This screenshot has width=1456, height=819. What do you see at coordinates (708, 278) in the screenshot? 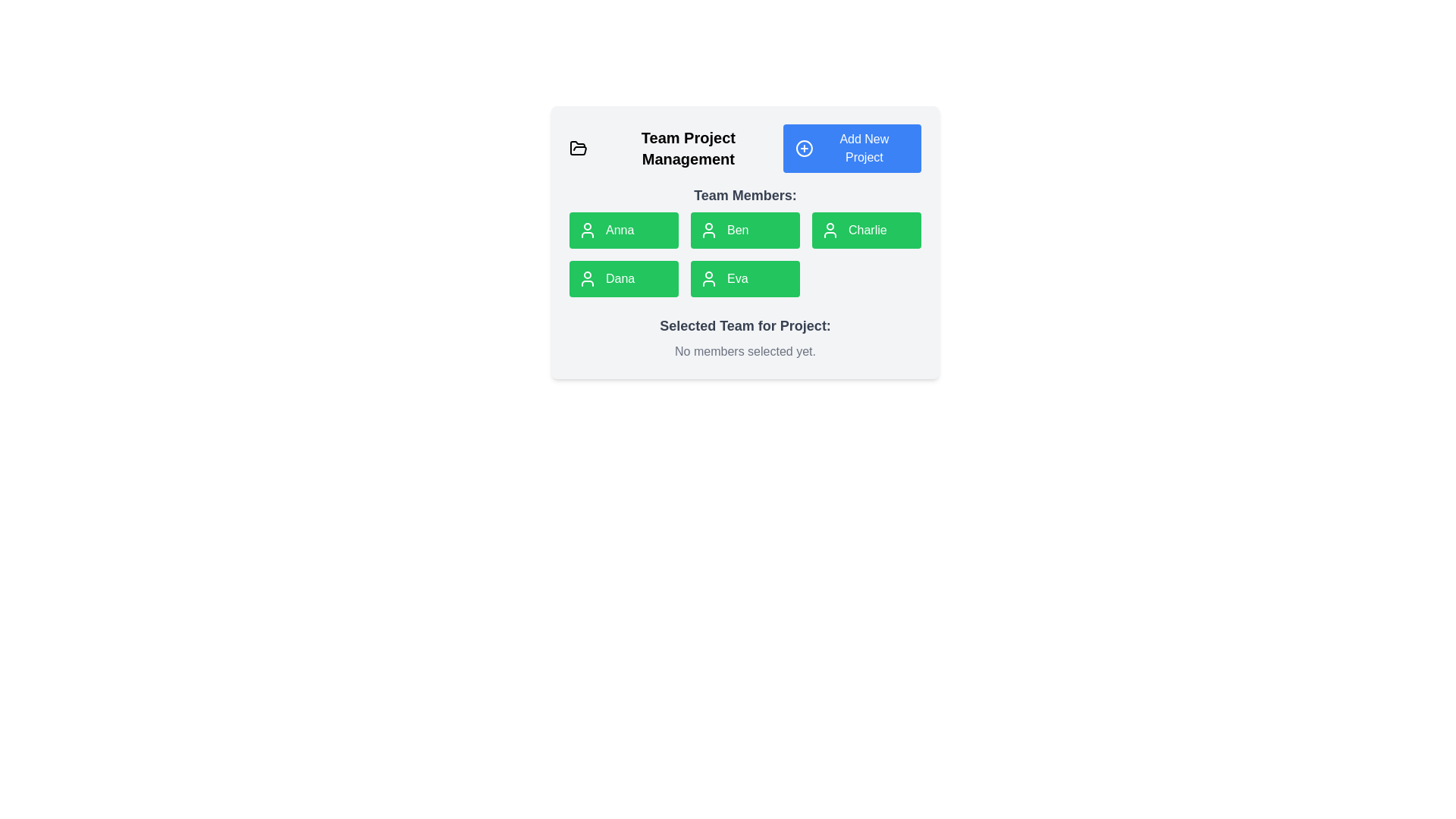
I see `the Profile icon, a small circular decorative SVG element within the green button labeled 'Eva', located at the bottom-right of the 'Team Members' section` at bounding box center [708, 278].